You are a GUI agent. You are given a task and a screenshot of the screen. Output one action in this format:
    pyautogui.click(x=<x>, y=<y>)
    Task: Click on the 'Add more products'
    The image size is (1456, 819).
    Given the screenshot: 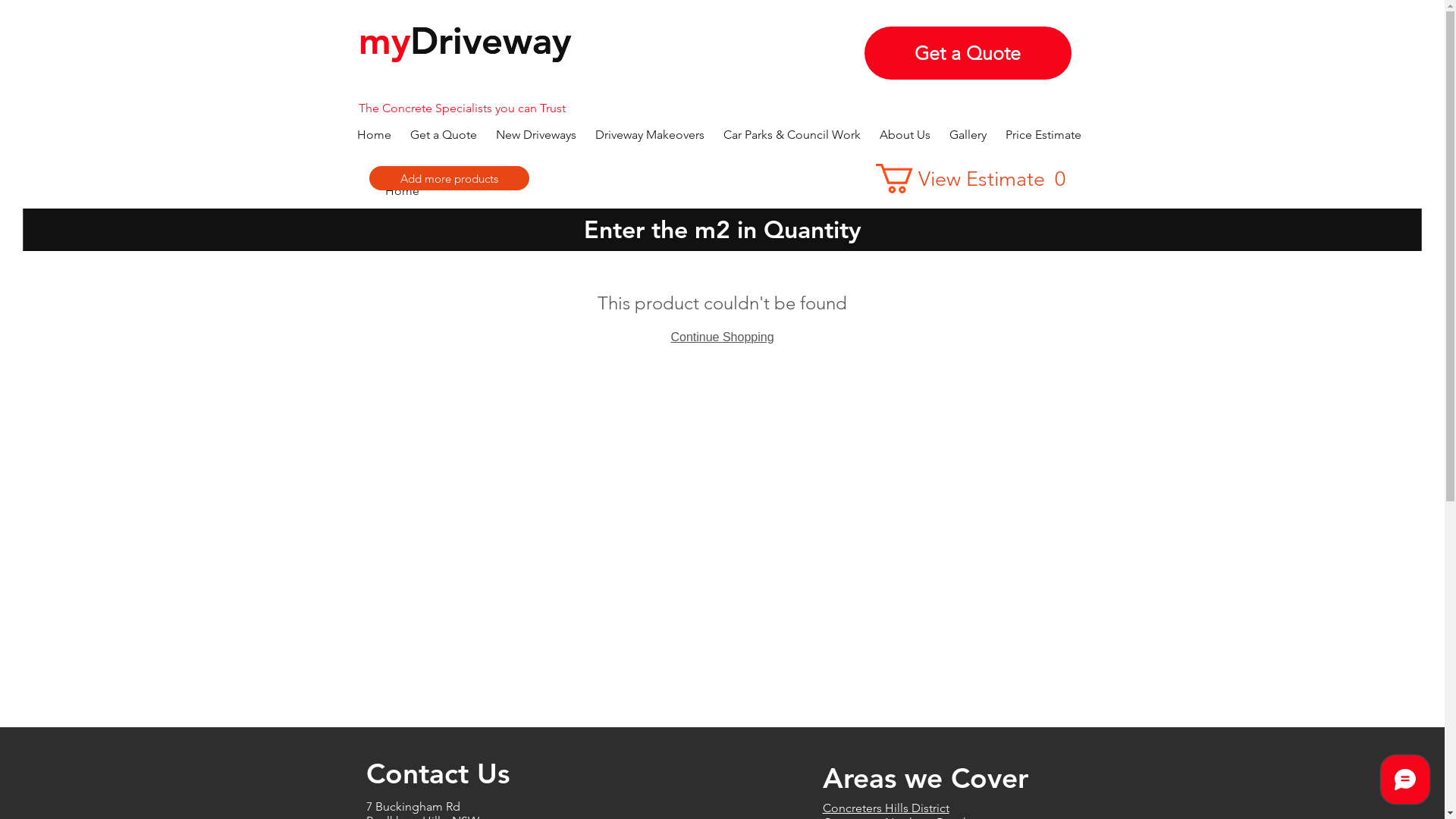 What is the action you would take?
    pyautogui.click(x=447, y=177)
    